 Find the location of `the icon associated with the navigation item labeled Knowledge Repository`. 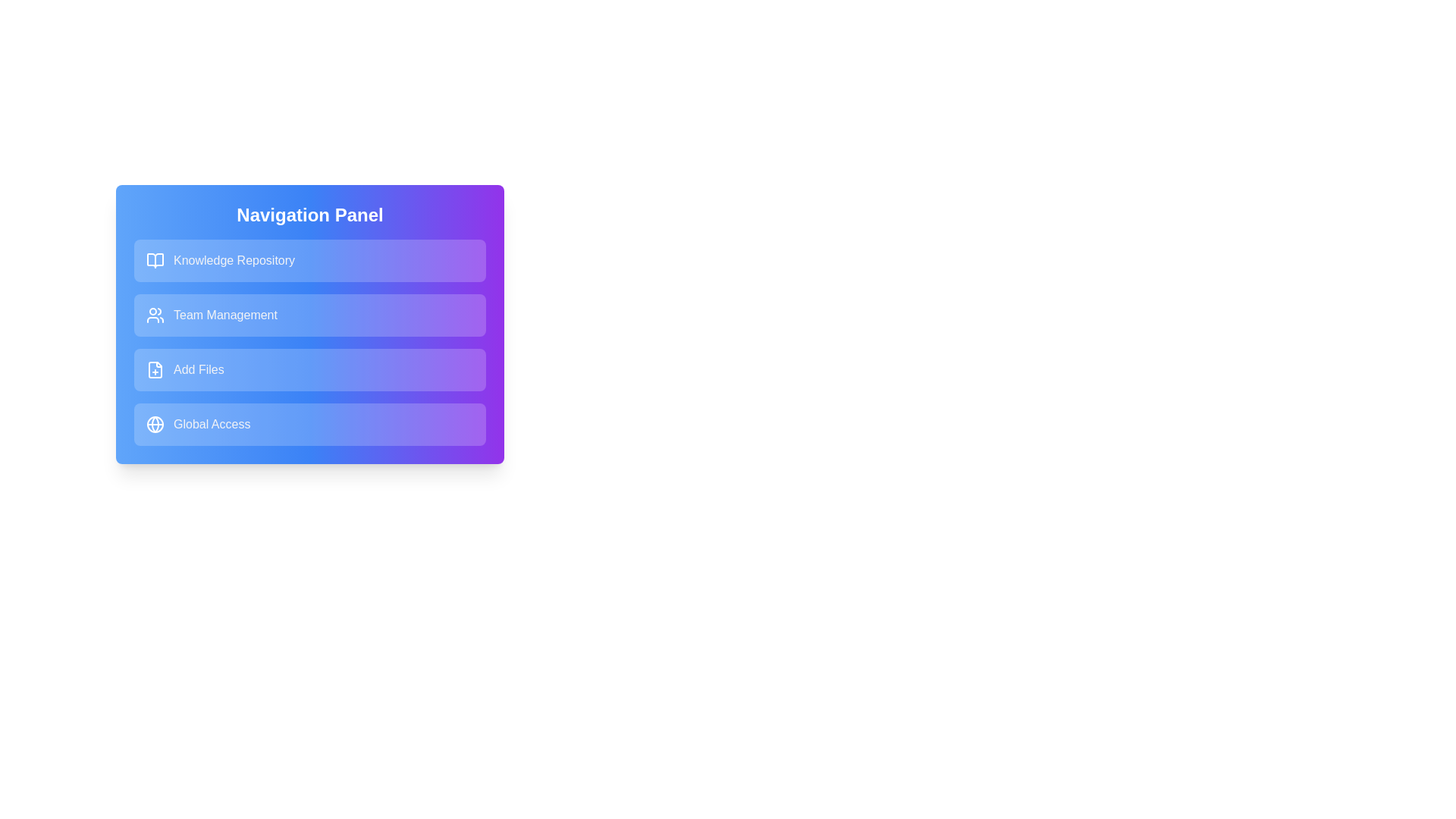

the icon associated with the navigation item labeled Knowledge Repository is located at coordinates (155, 259).